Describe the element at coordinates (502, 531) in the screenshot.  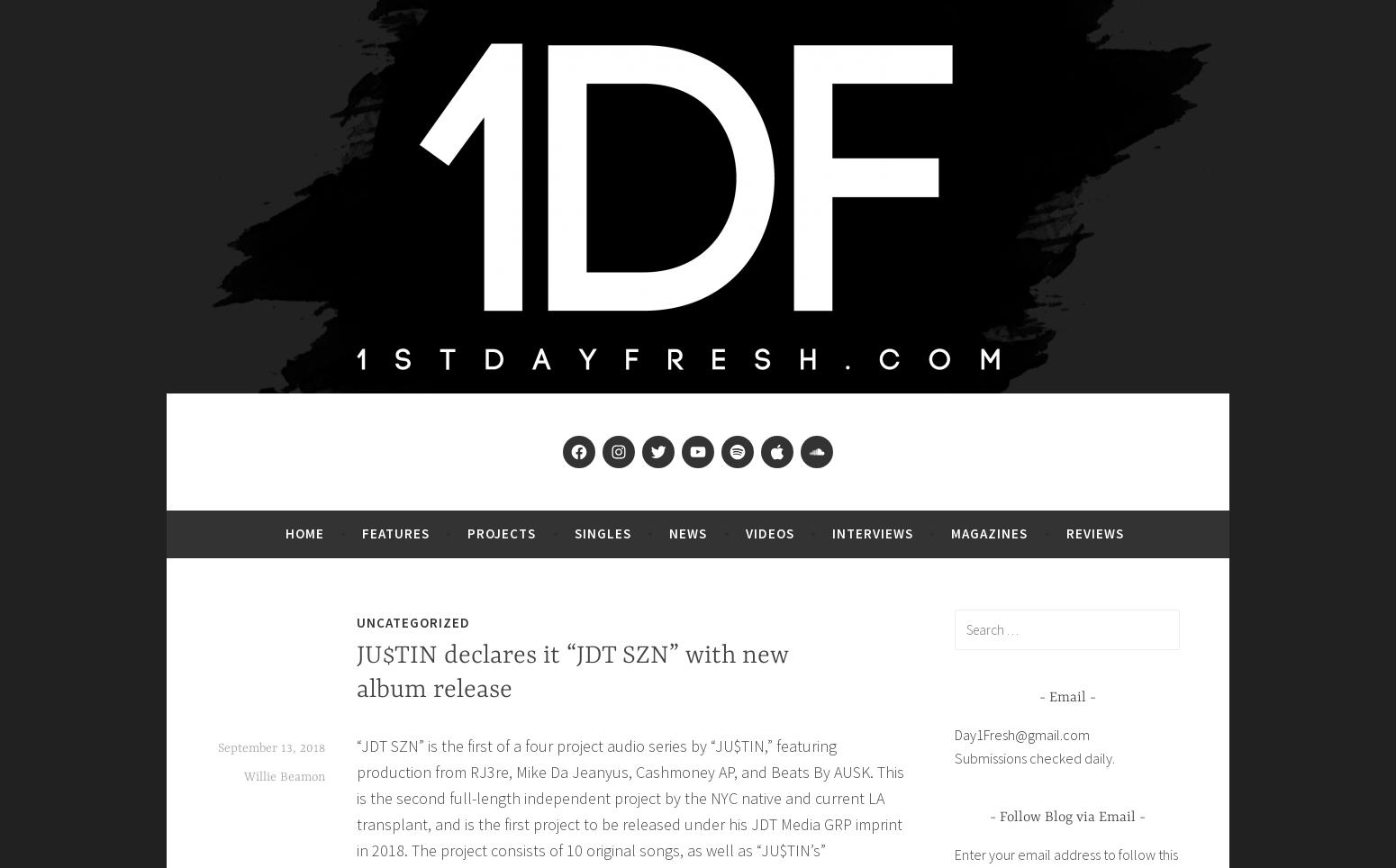
I see `'Projects'` at that location.